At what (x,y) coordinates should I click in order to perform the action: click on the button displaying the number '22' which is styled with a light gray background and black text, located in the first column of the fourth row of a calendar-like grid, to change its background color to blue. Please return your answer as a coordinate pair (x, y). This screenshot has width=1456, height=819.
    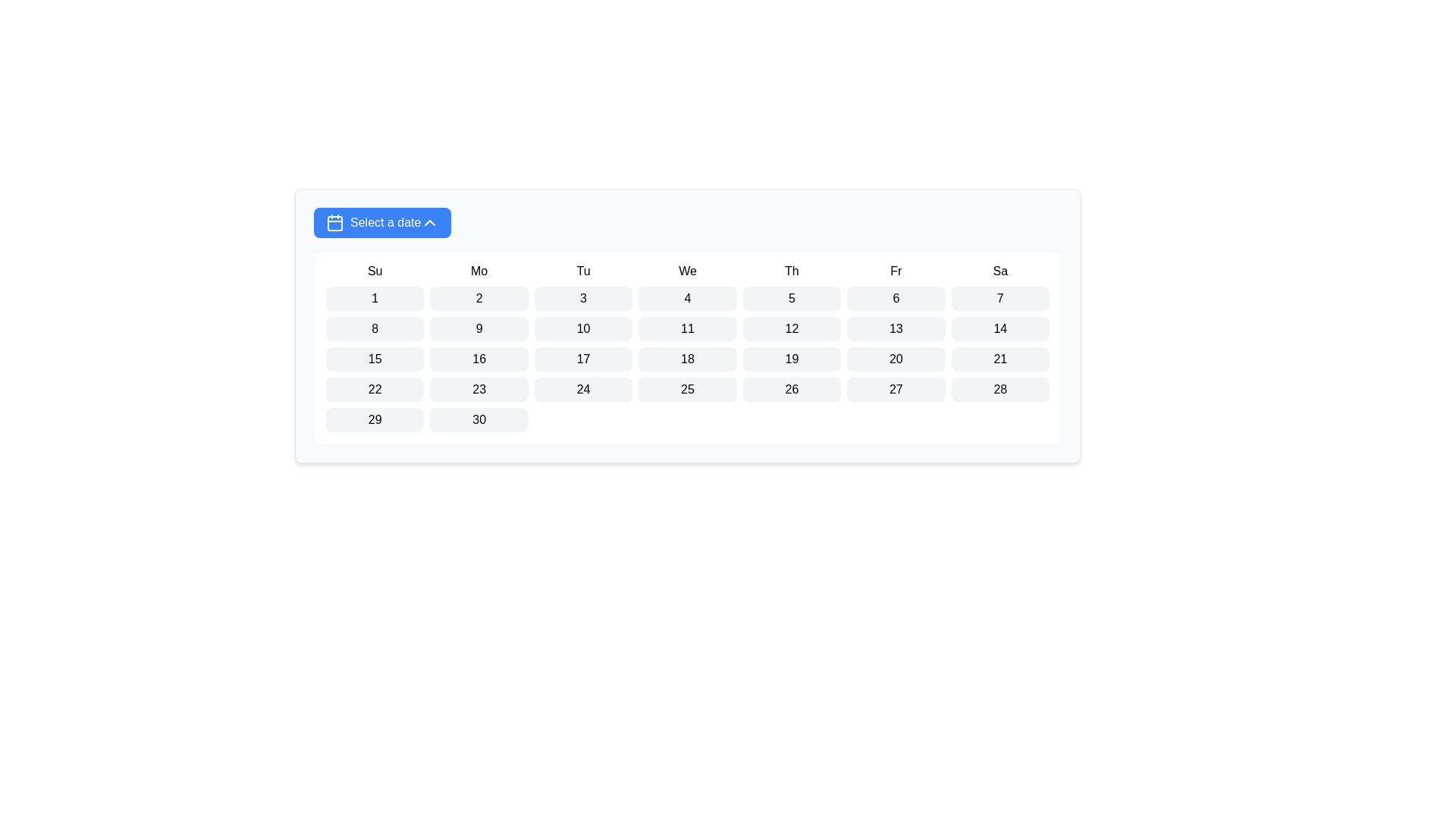
    Looking at the image, I should click on (375, 388).